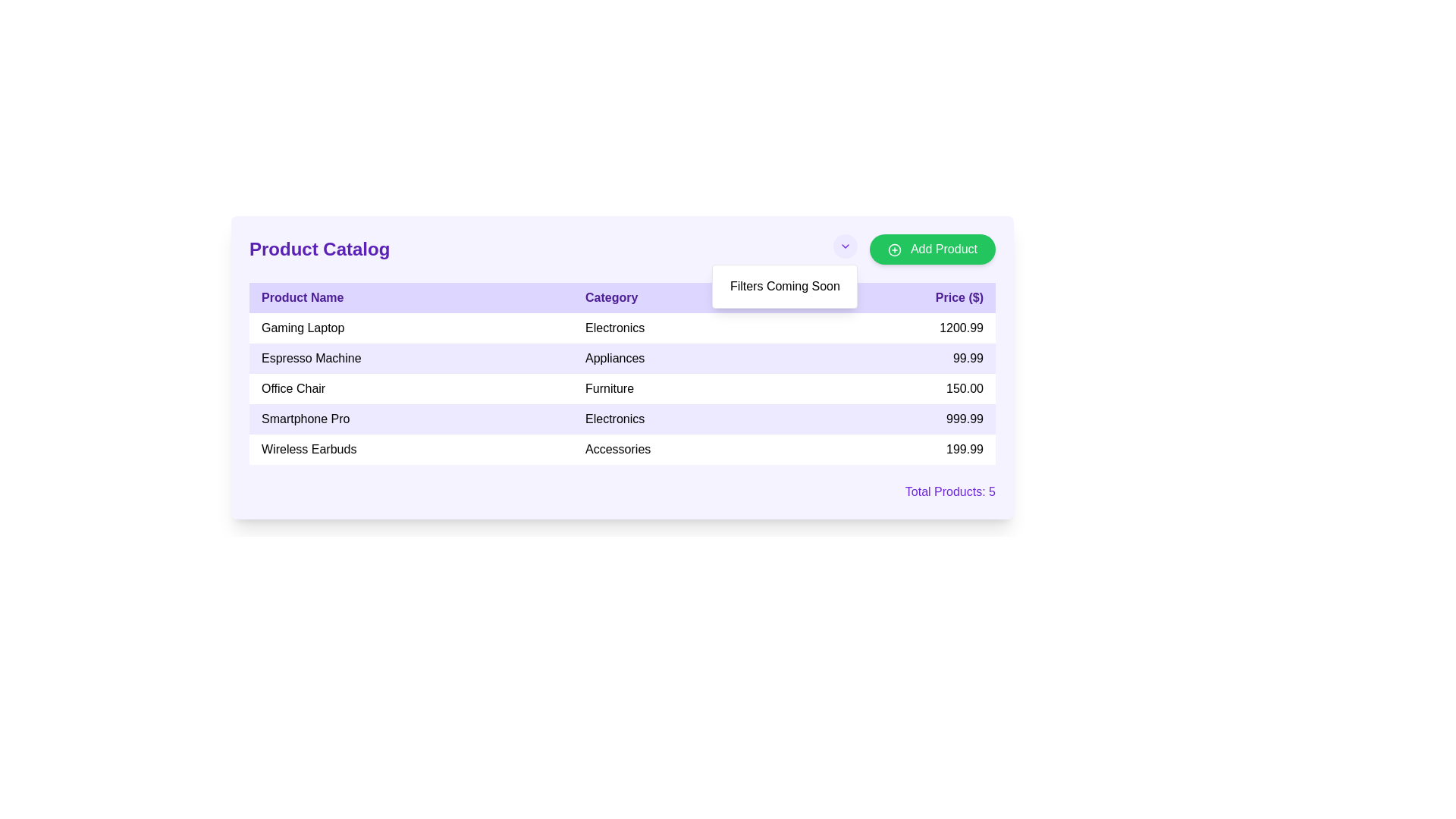 The height and width of the screenshot is (819, 1456). I want to click on the second row in the product list table containing 'Espresso Machine', so click(622, 359).